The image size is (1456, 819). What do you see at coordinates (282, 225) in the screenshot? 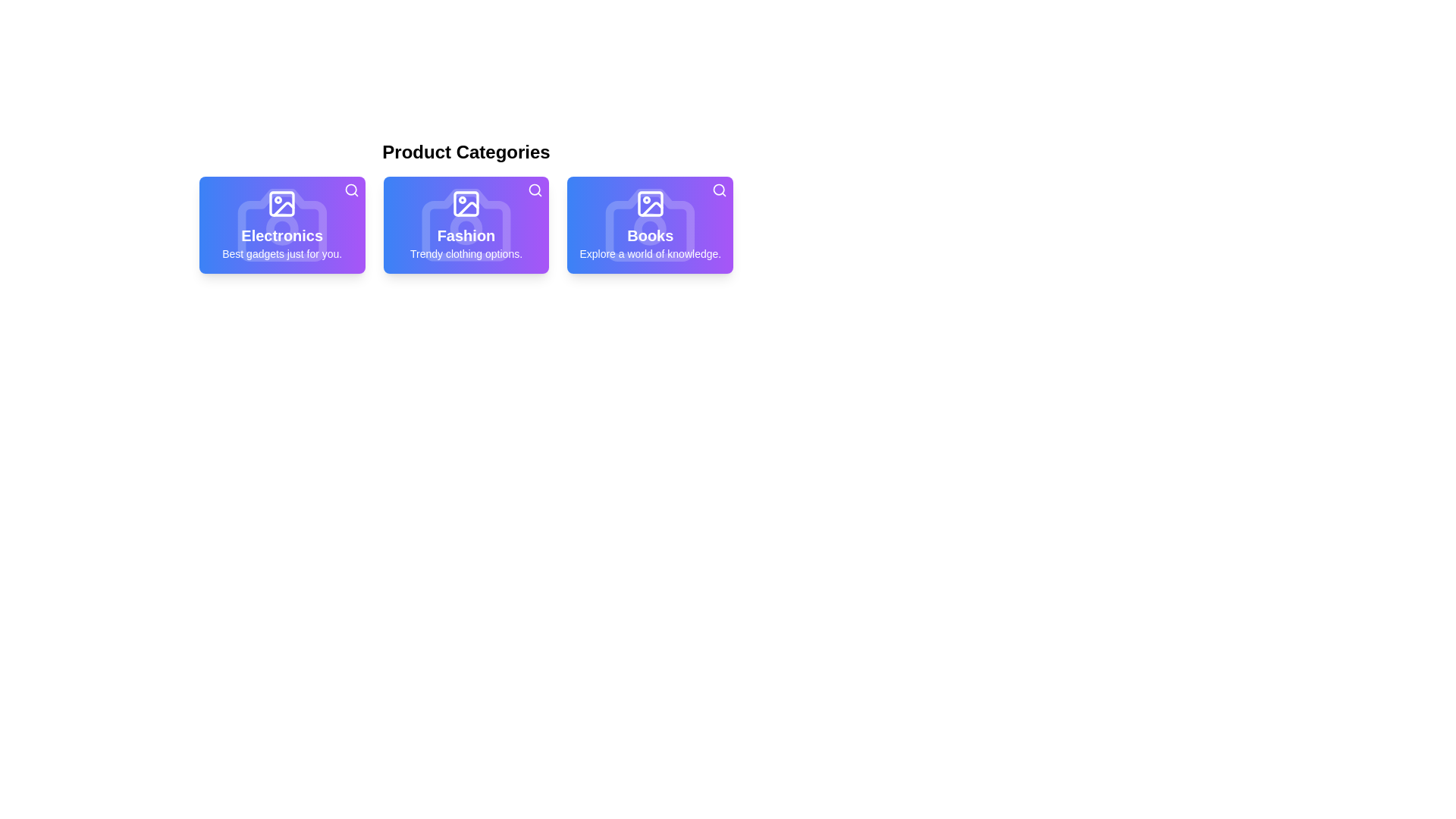
I see `the decorative camera icon located in the upper section of the 'Electronics' category card, which is part of a horizontal series of cards` at bounding box center [282, 225].